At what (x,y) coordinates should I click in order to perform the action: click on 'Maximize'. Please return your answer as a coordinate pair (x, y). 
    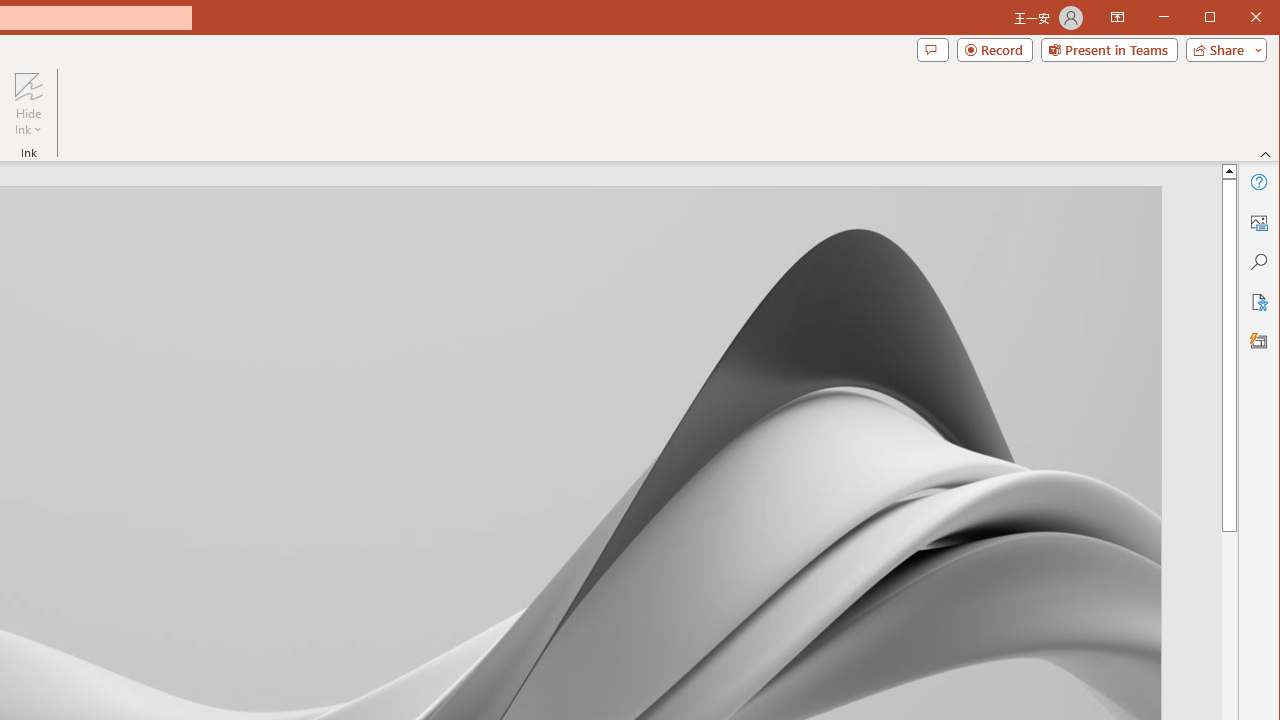
    Looking at the image, I should click on (1238, 19).